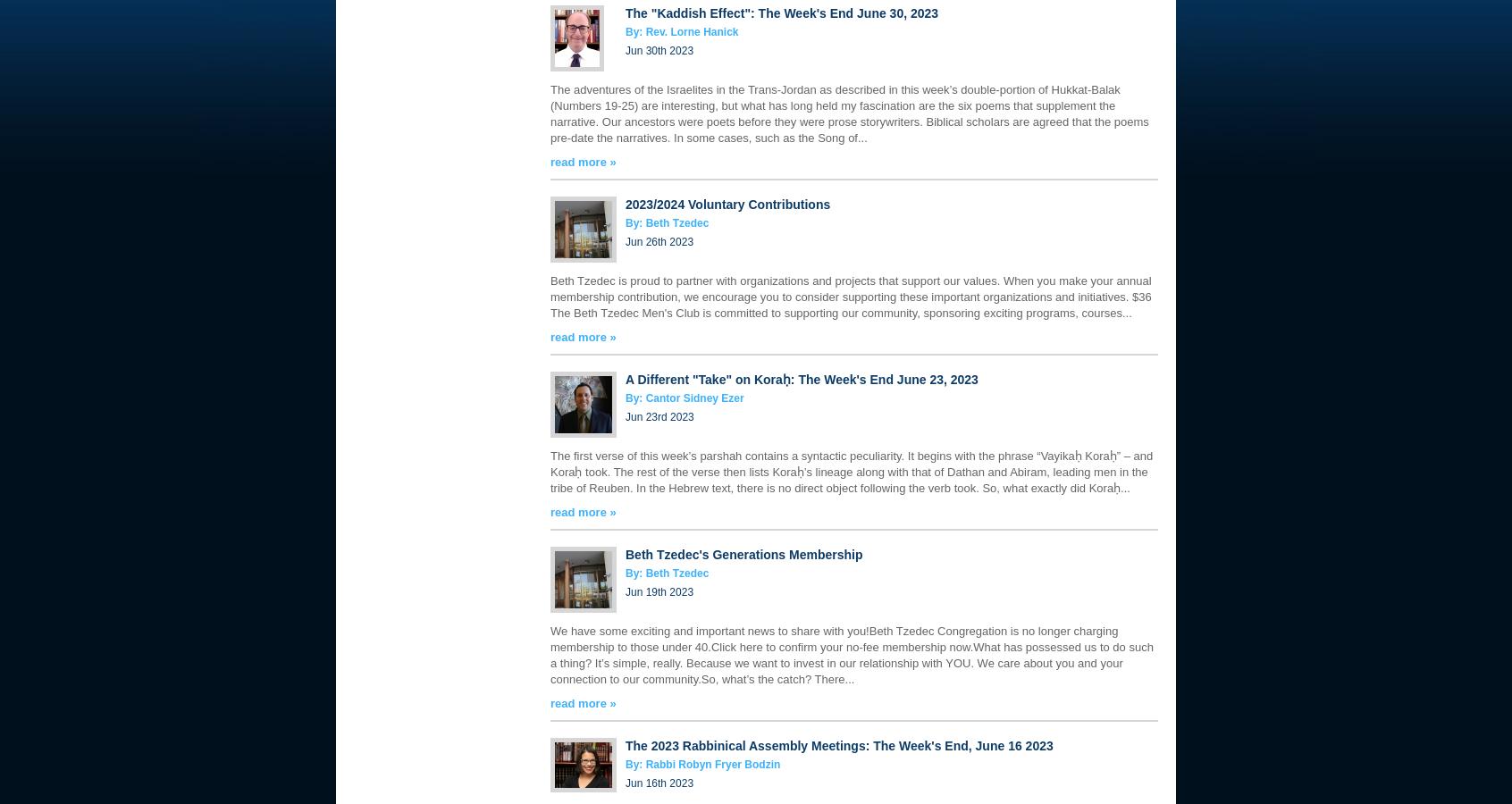 This screenshot has width=1512, height=804. Describe the element at coordinates (625, 783) in the screenshot. I see `'Jun 16th 2023'` at that location.